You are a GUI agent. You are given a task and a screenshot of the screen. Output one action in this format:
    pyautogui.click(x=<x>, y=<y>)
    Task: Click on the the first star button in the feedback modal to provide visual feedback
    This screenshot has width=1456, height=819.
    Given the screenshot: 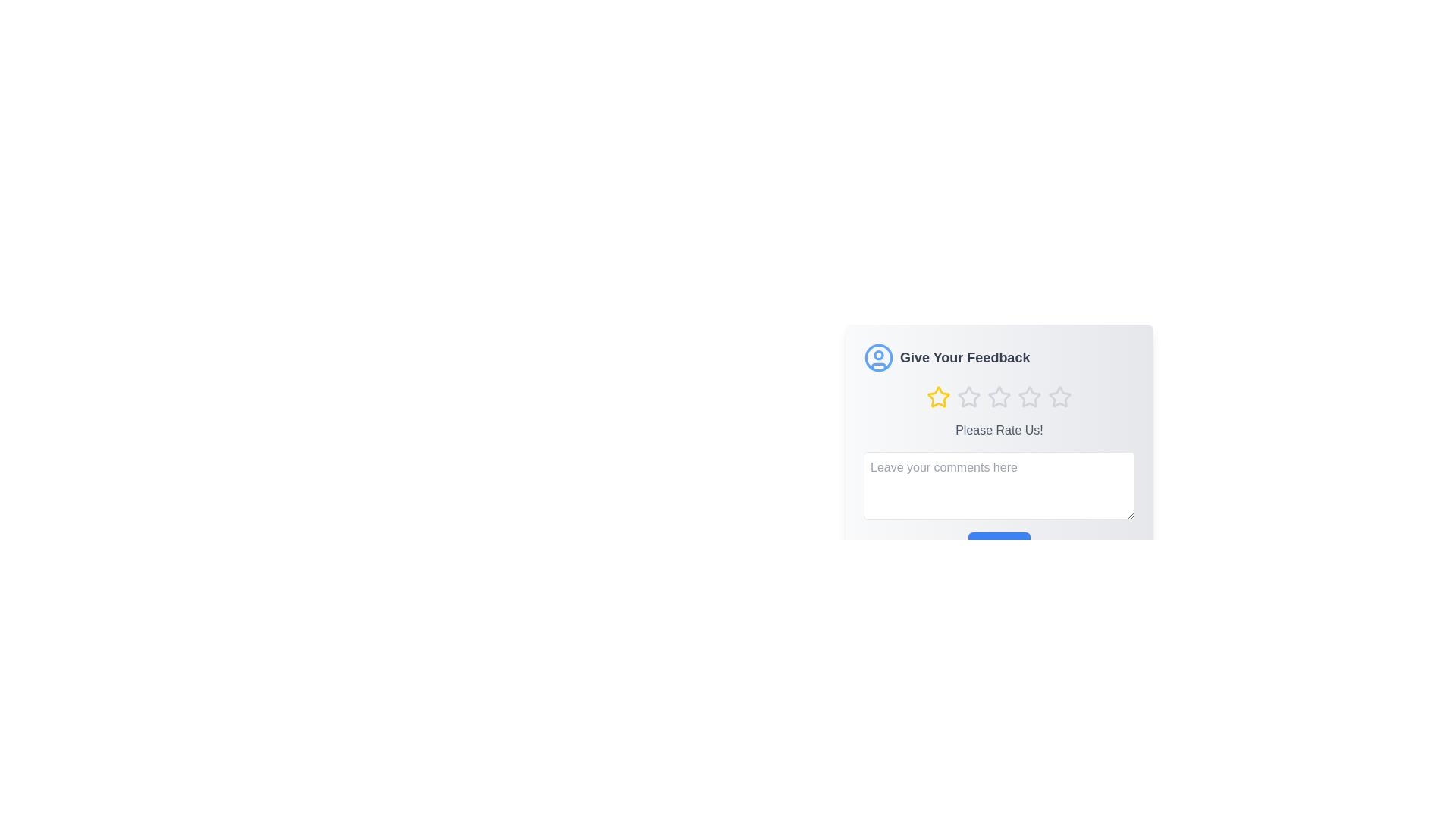 What is the action you would take?
    pyautogui.click(x=938, y=397)
    